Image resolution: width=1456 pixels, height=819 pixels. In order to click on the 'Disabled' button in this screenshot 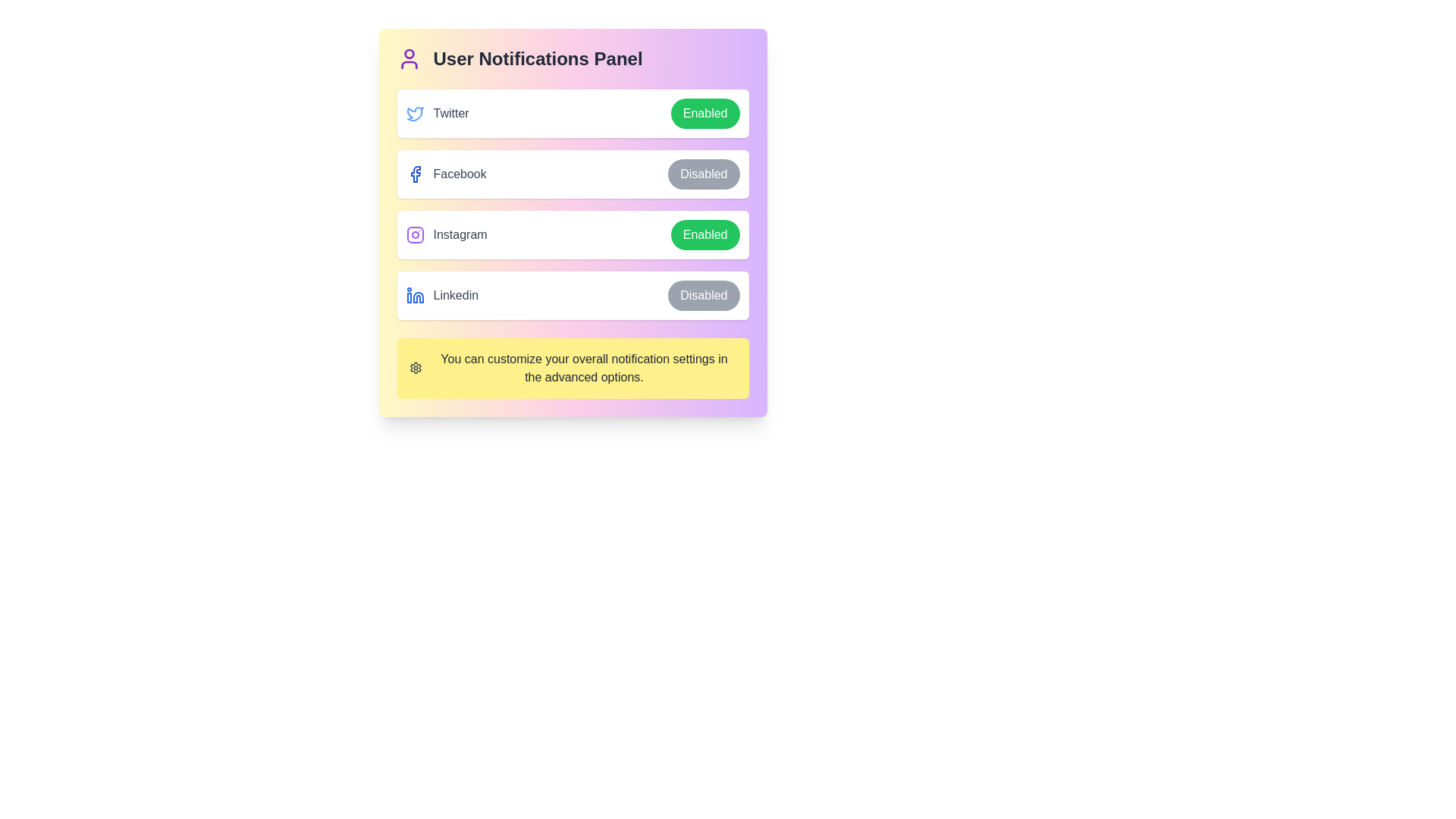, I will do `click(703, 295)`.